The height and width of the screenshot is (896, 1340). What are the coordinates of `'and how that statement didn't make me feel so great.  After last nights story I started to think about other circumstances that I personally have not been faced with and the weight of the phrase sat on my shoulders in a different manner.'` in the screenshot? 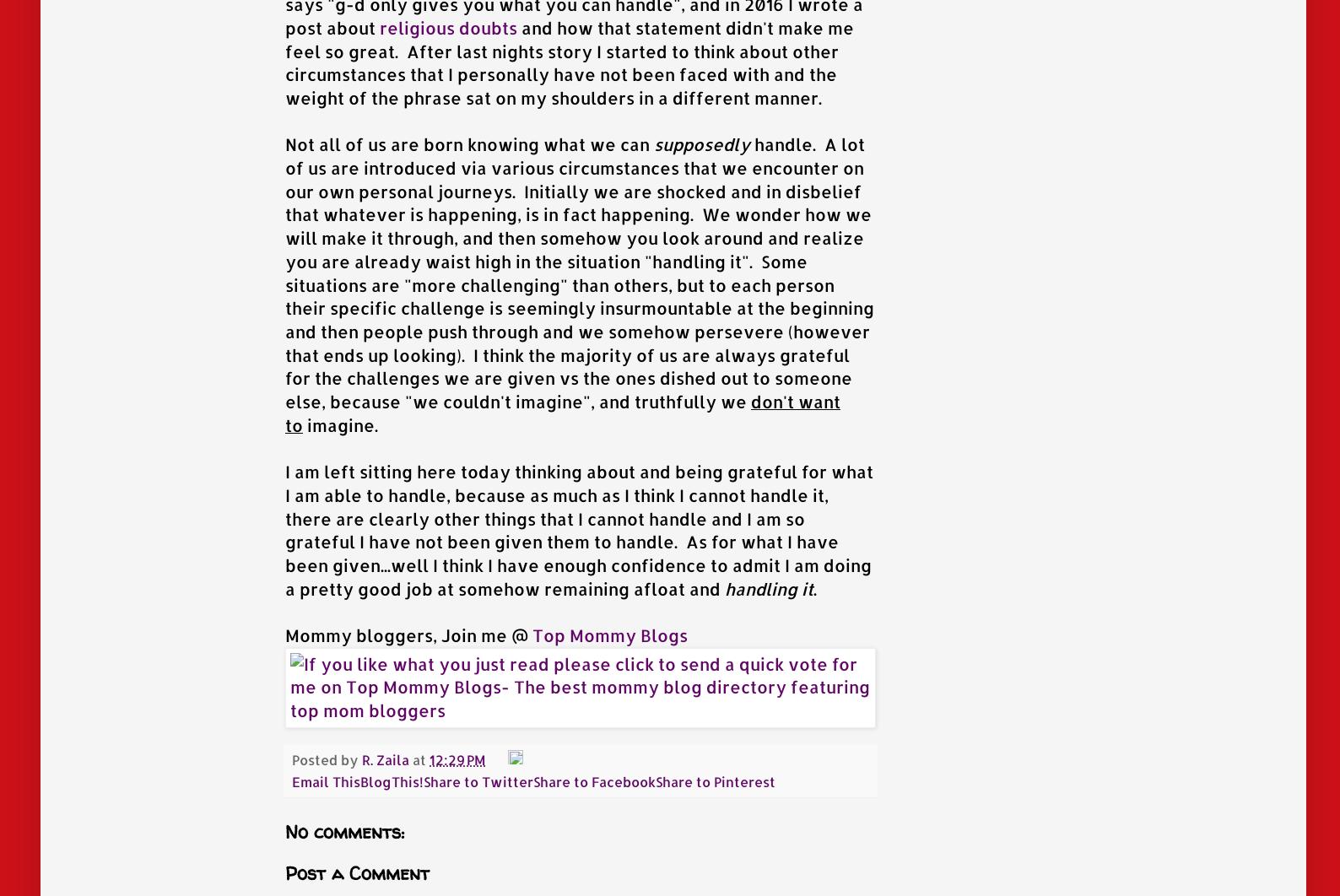 It's located at (284, 62).